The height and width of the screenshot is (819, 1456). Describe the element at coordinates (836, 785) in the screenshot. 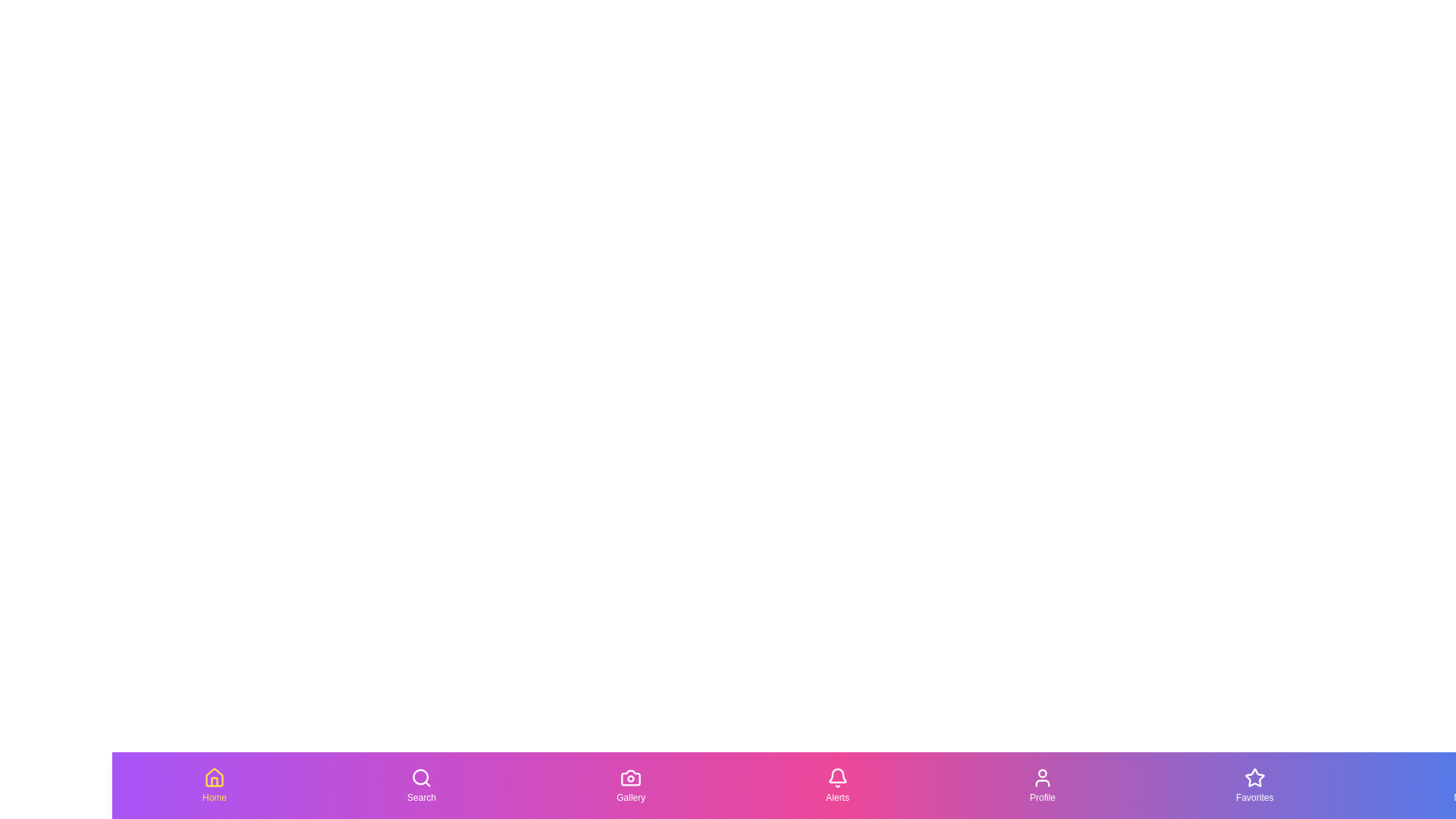

I see `the Alerts tab by clicking on its button` at that location.